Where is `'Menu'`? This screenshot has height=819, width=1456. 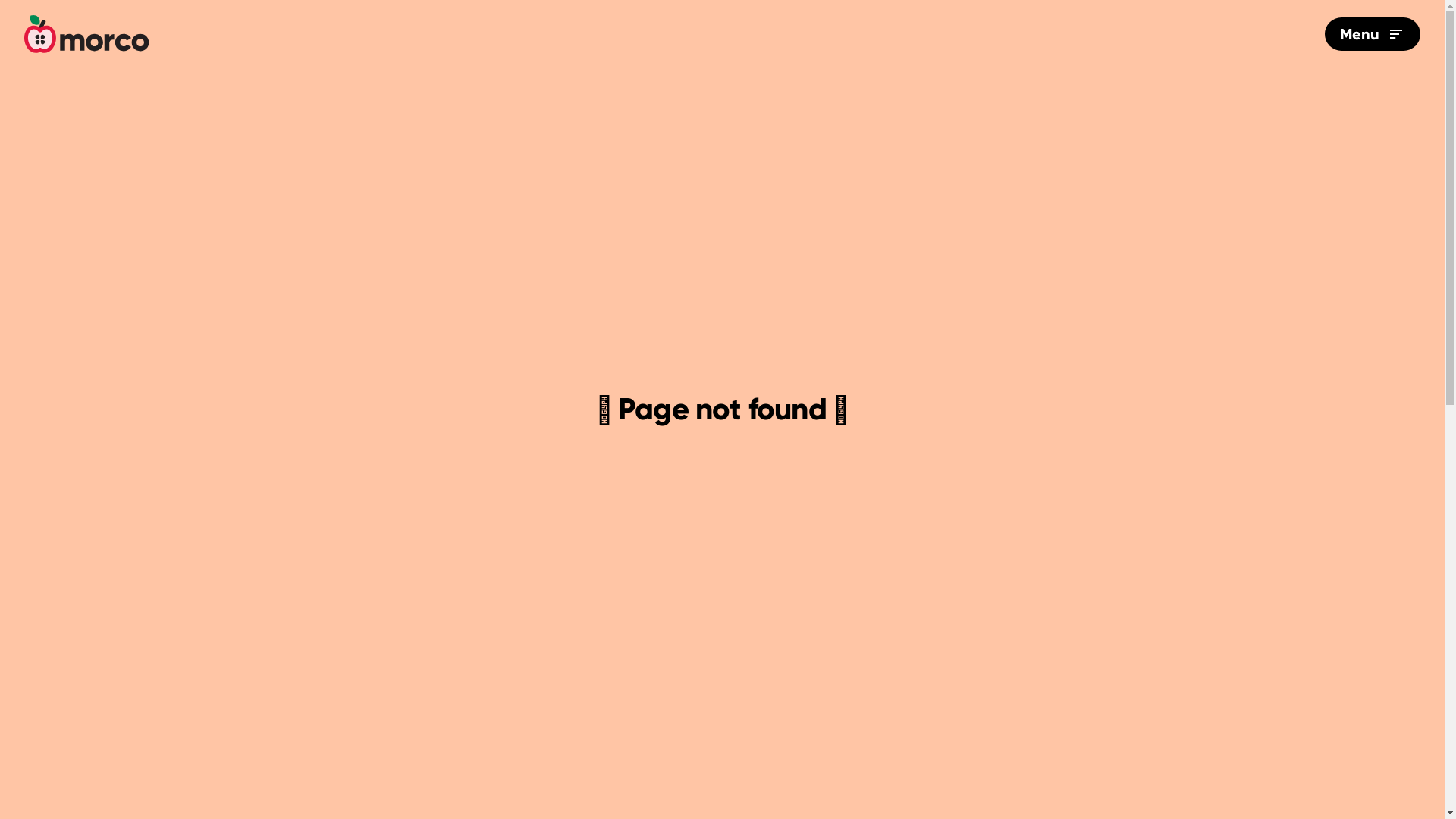 'Menu' is located at coordinates (1372, 34).